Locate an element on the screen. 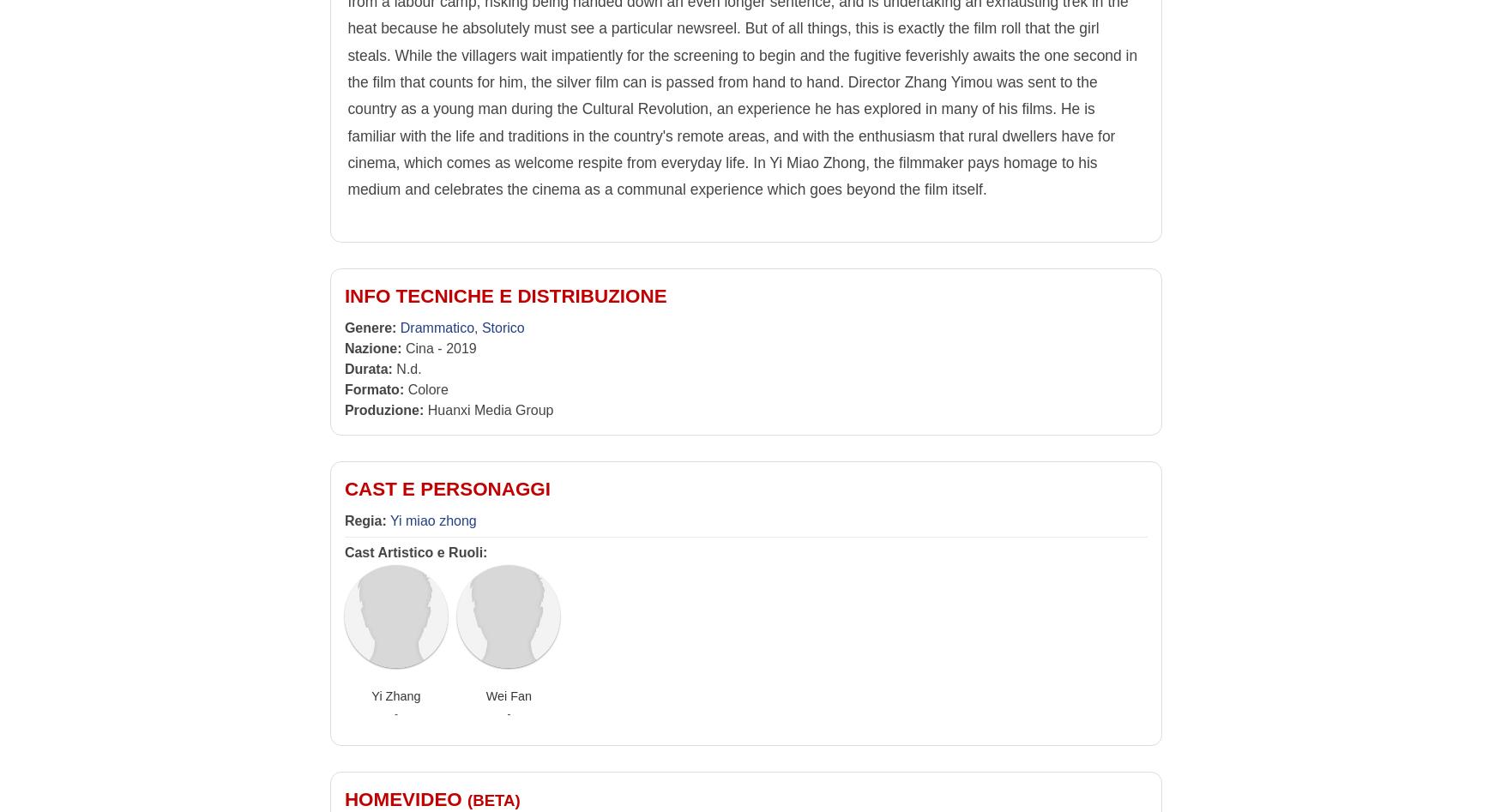  '(beta)' is located at coordinates (493, 799).